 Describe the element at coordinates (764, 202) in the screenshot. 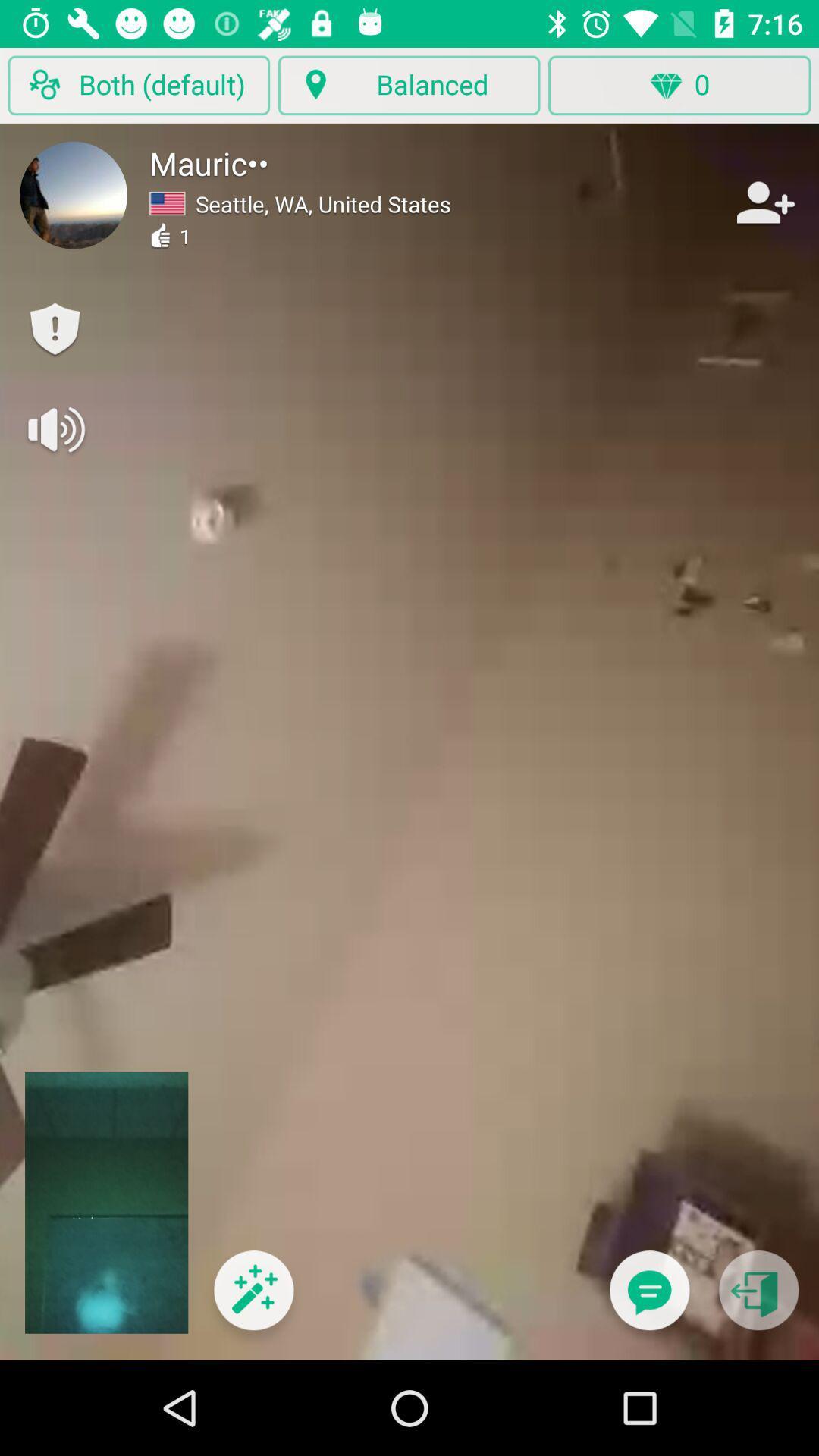

I see `friend` at that location.